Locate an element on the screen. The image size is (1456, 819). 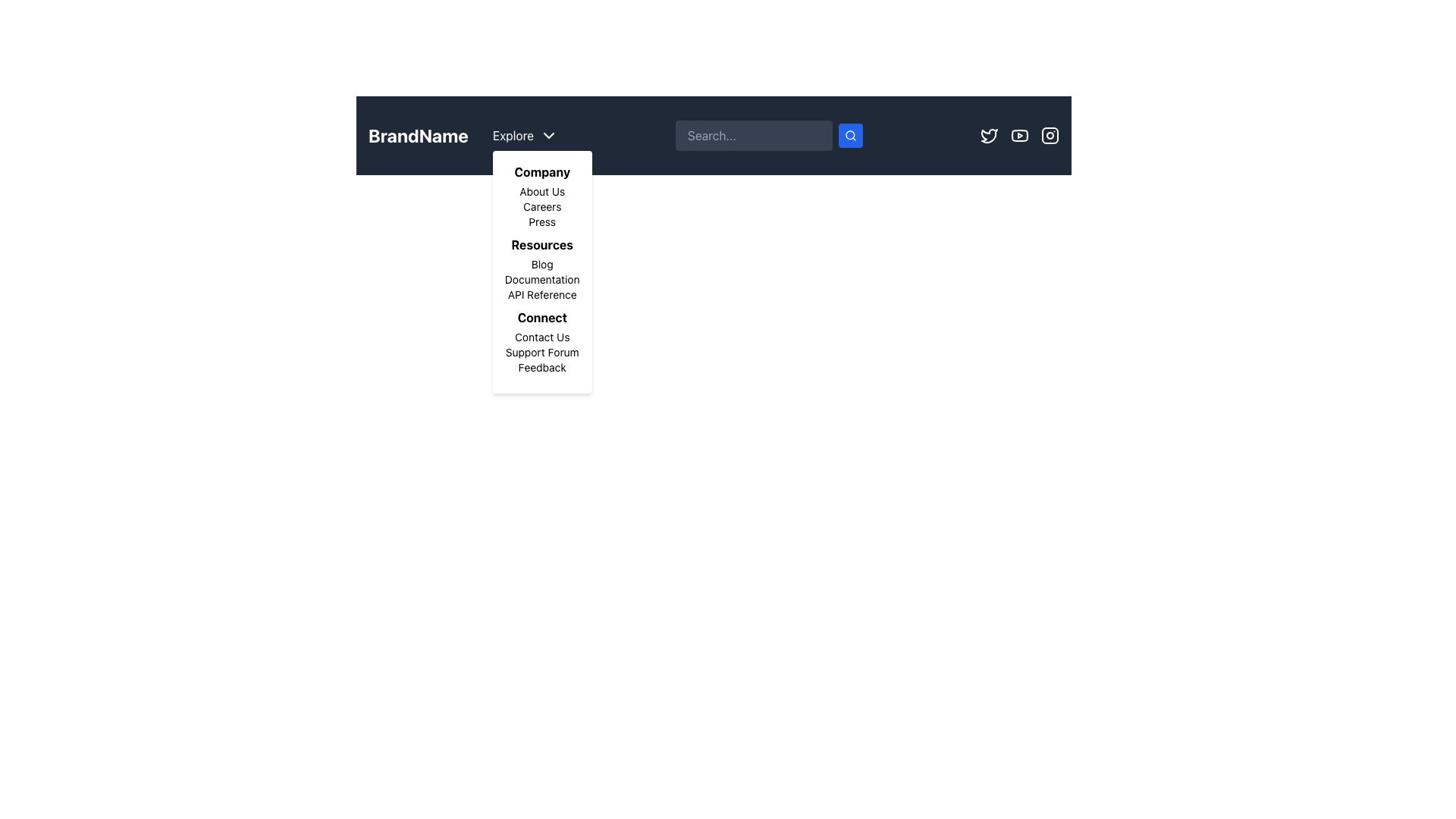
the 'About Us' hyperlink located in the dropdown menu under the 'Company' heading to underline it is located at coordinates (542, 191).